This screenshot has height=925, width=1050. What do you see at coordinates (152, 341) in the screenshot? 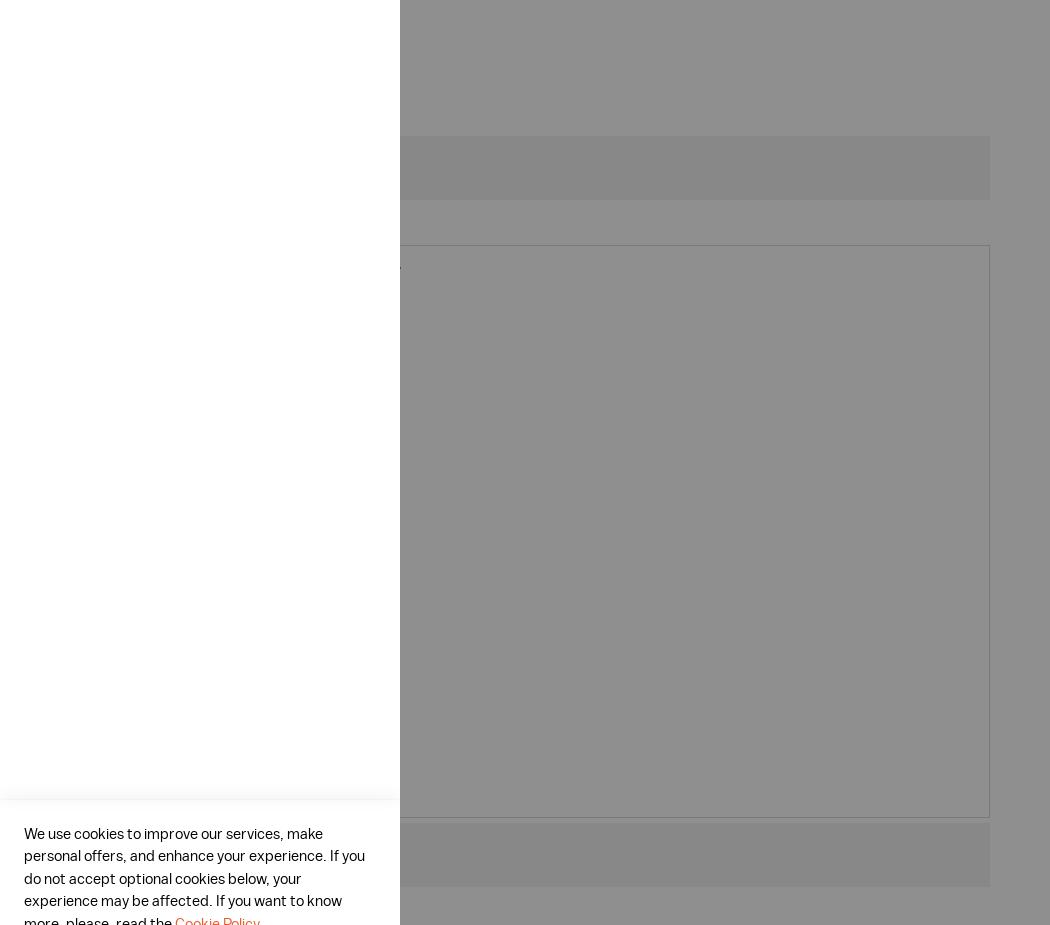
I see `'Easily cleaned'` at bounding box center [152, 341].